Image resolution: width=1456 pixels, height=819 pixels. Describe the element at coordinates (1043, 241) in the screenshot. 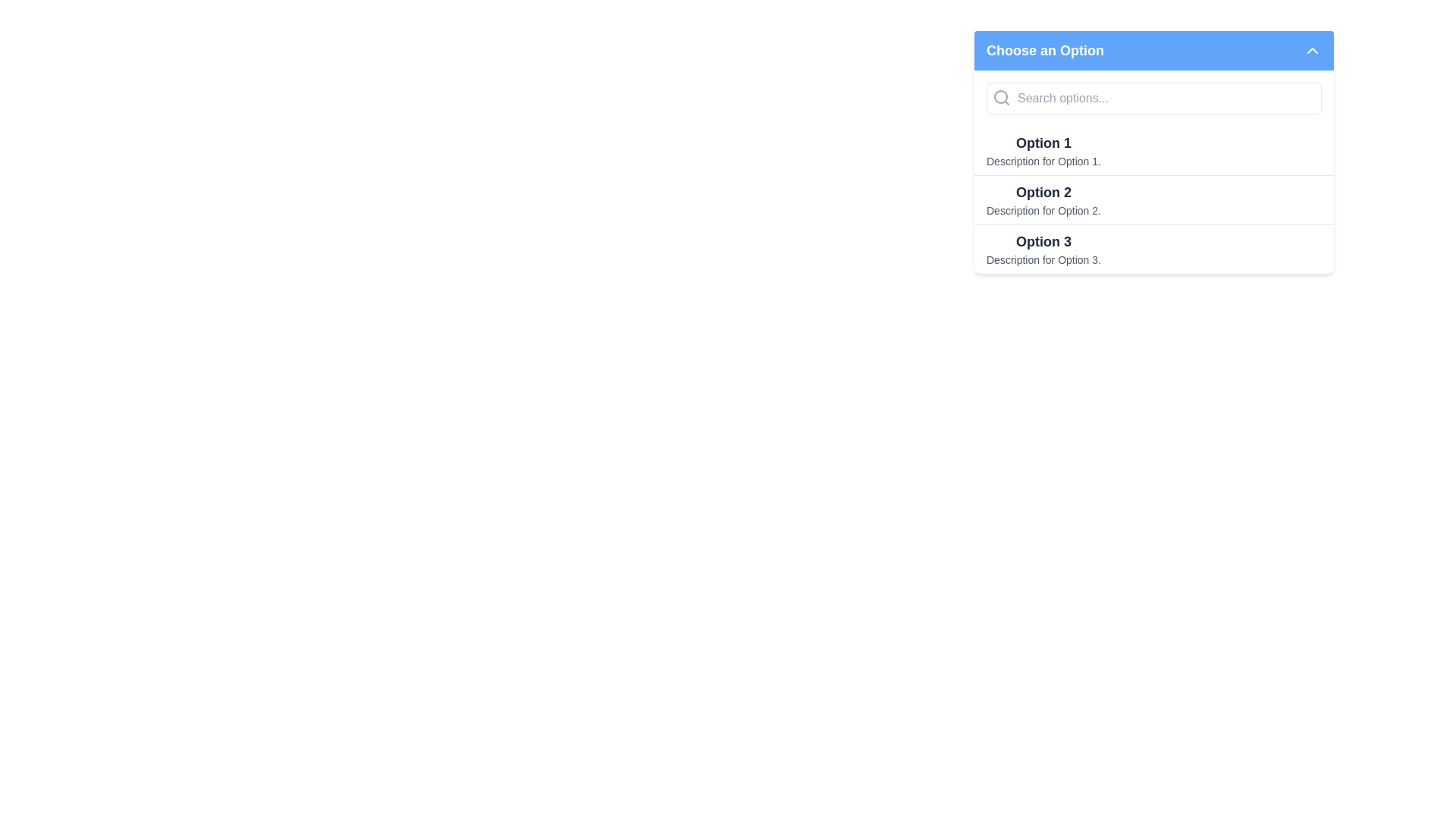

I see `the bold text heading 'Option 3' in the dropdown menu labeled 'Choose an Option'` at that location.